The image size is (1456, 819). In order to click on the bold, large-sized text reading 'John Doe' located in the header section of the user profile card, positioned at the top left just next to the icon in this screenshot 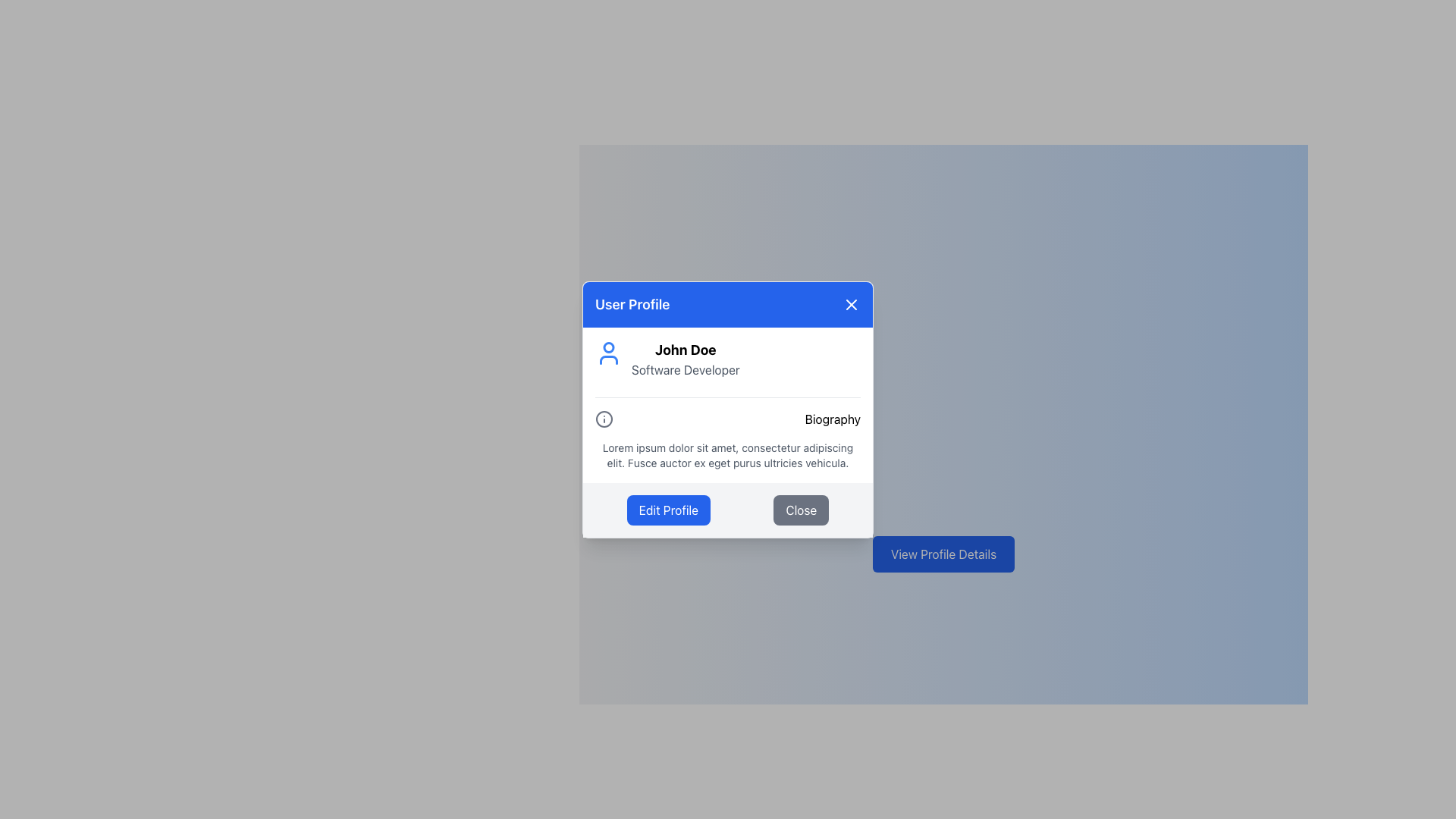, I will do `click(685, 350)`.